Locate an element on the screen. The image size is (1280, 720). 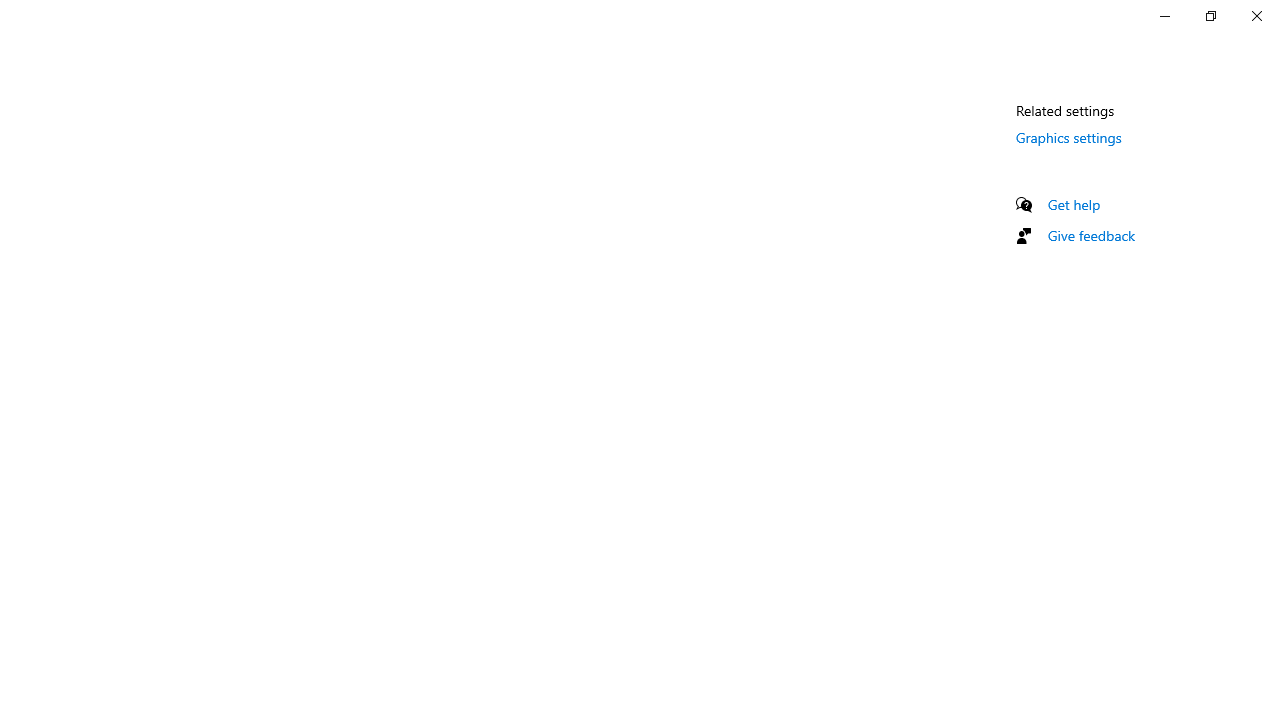
'Give feedback' is located at coordinates (1090, 234).